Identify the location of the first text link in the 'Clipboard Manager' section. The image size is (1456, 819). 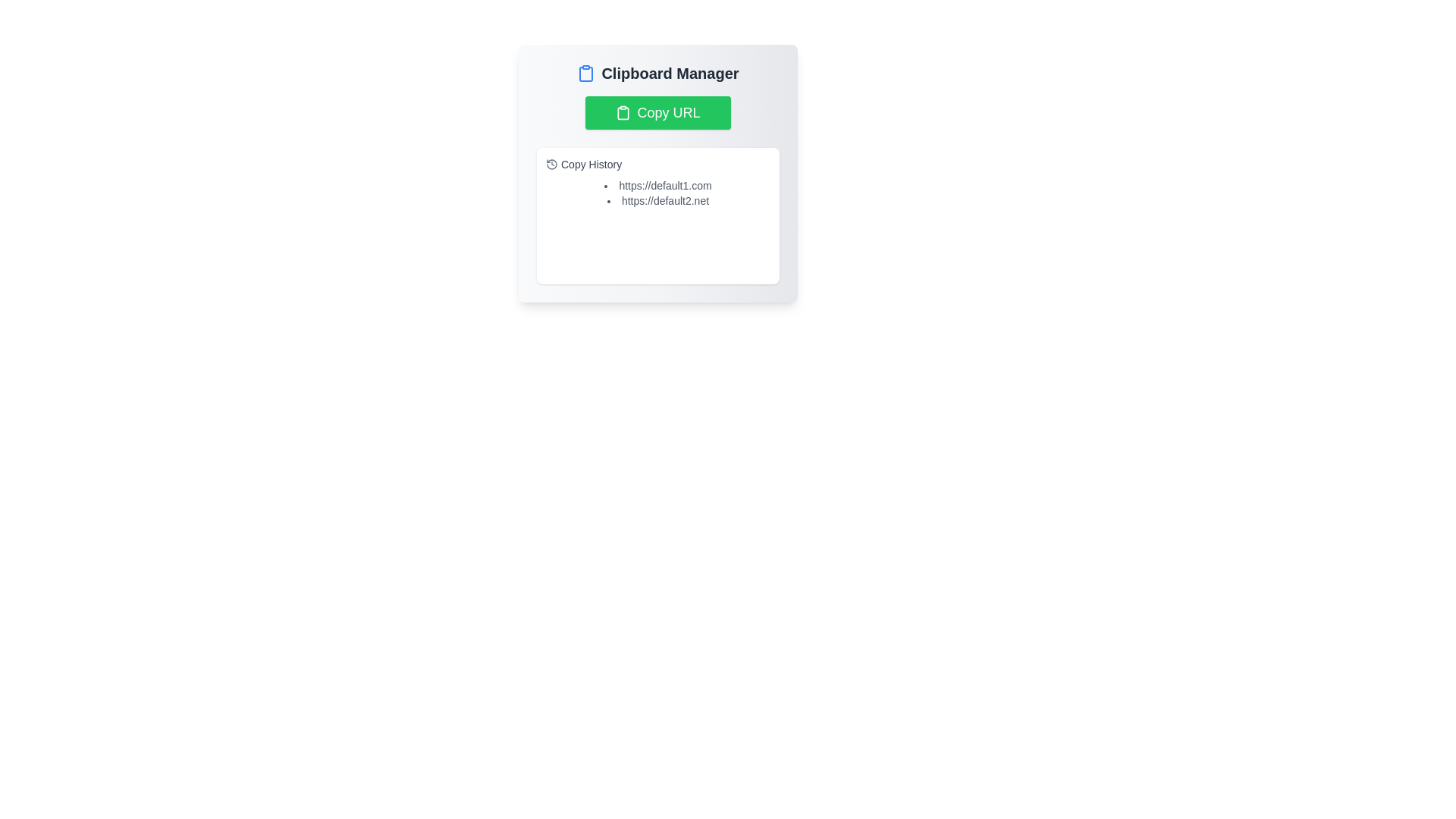
(658, 185).